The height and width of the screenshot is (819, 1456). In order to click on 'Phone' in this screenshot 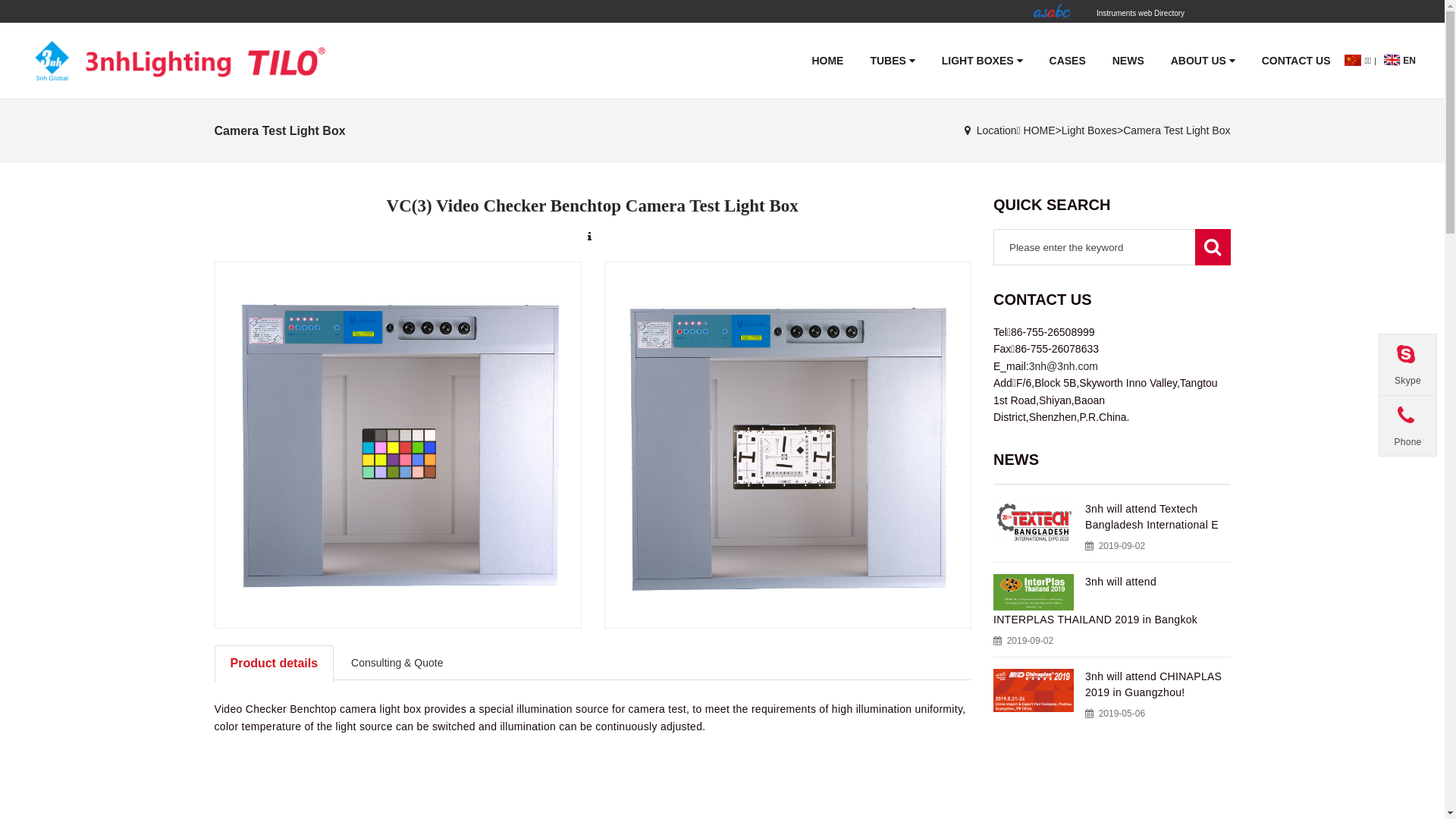, I will do `click(1407, 425)`.